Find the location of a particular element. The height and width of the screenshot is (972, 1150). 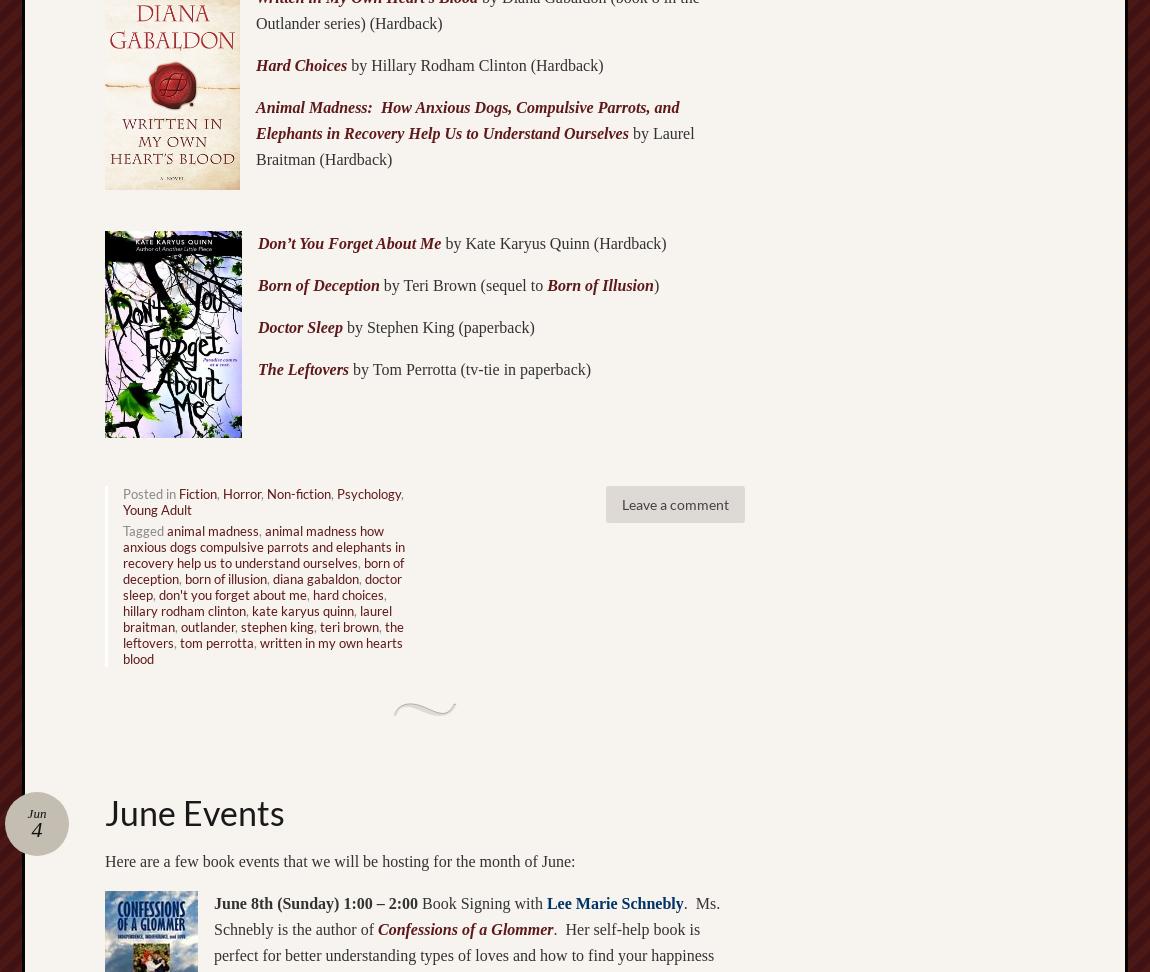

')' is located at coordinates (654, 284).